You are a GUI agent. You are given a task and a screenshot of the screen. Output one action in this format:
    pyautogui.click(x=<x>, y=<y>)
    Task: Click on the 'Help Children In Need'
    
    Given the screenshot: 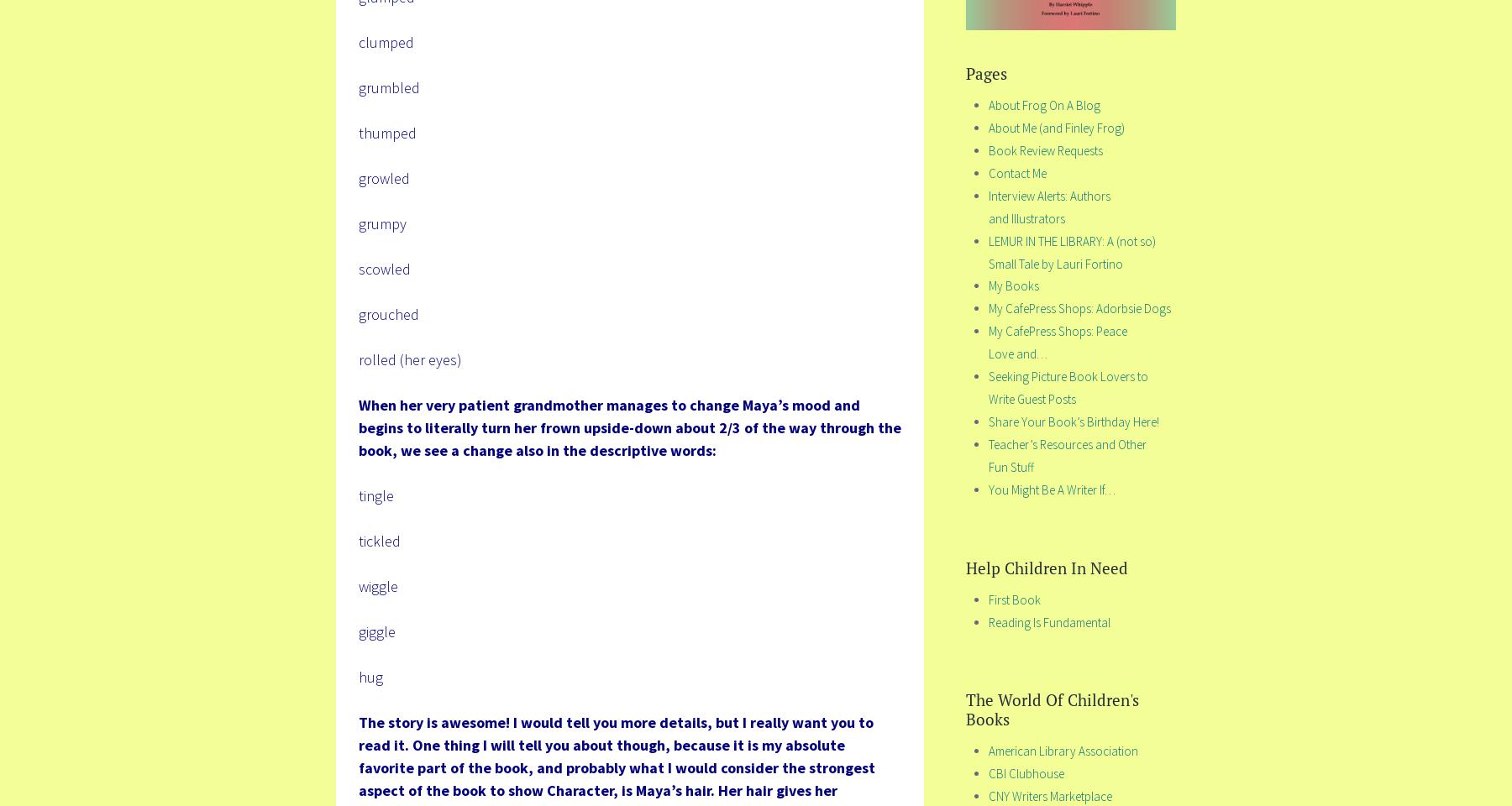 What is the action you would take?
    pyautogui.click(x=1047, y=567)
    